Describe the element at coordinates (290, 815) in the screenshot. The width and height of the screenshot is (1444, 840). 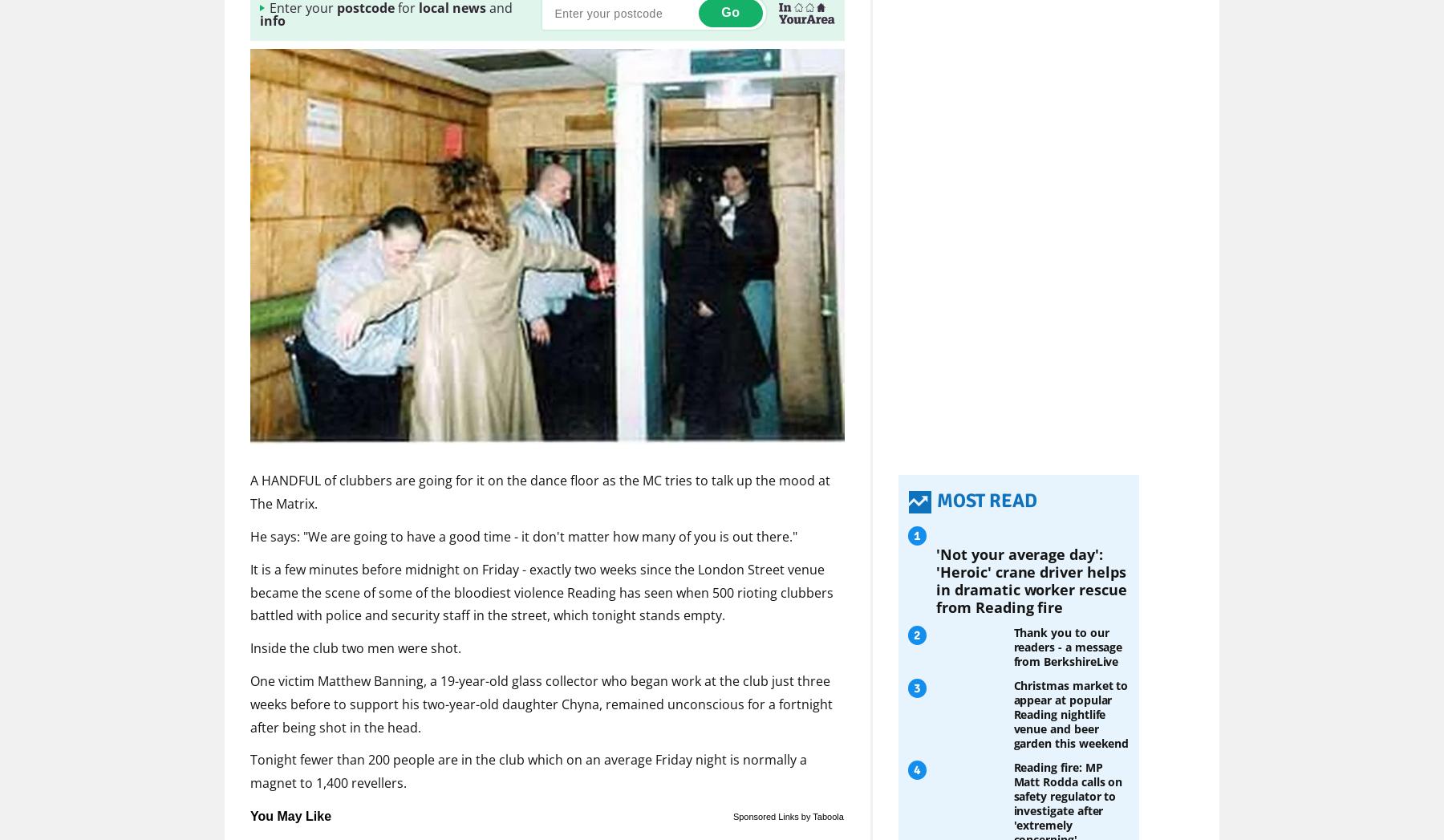
I see `'You May Like'` at that location.